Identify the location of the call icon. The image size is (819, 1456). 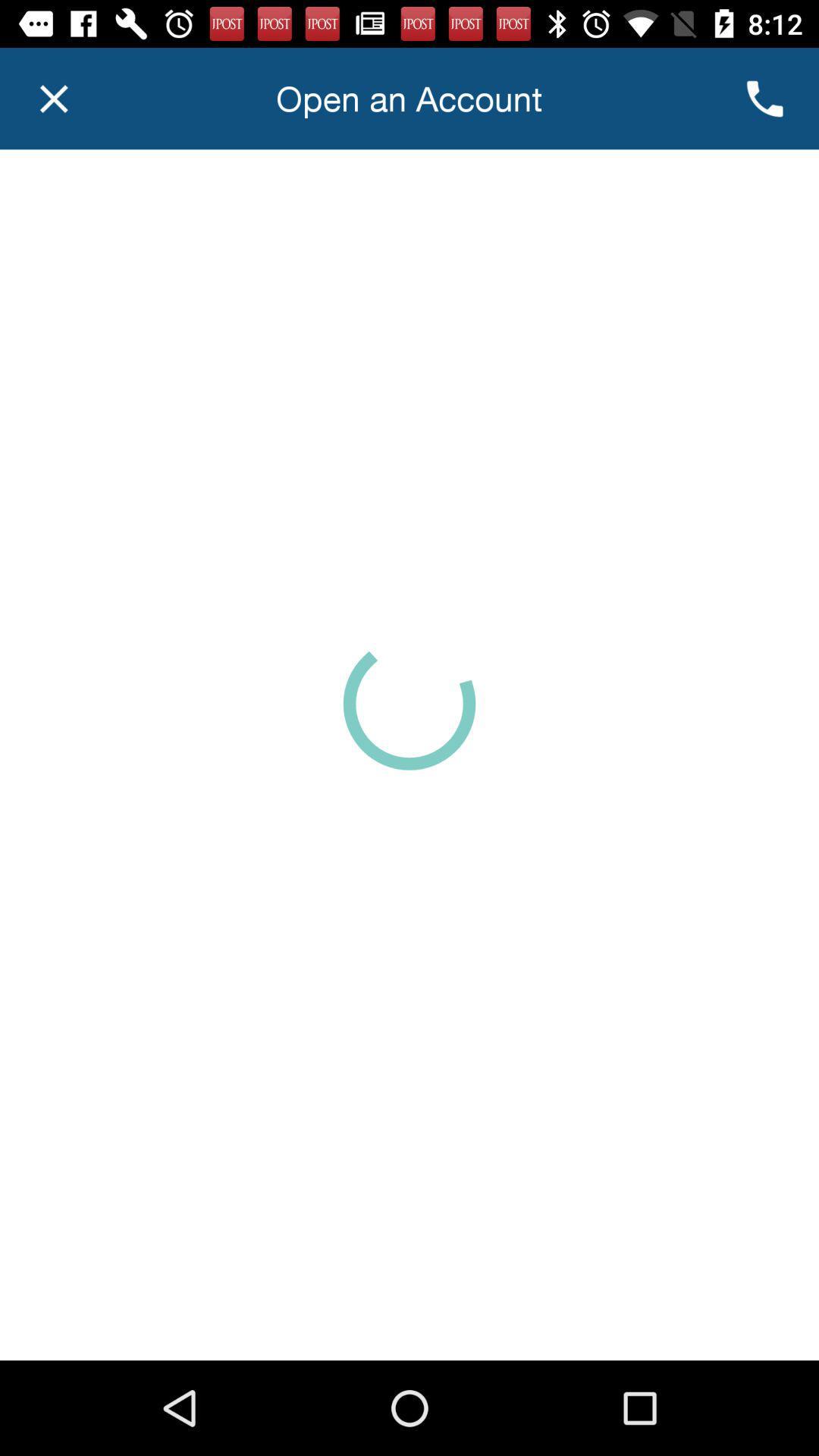
(764, 98).